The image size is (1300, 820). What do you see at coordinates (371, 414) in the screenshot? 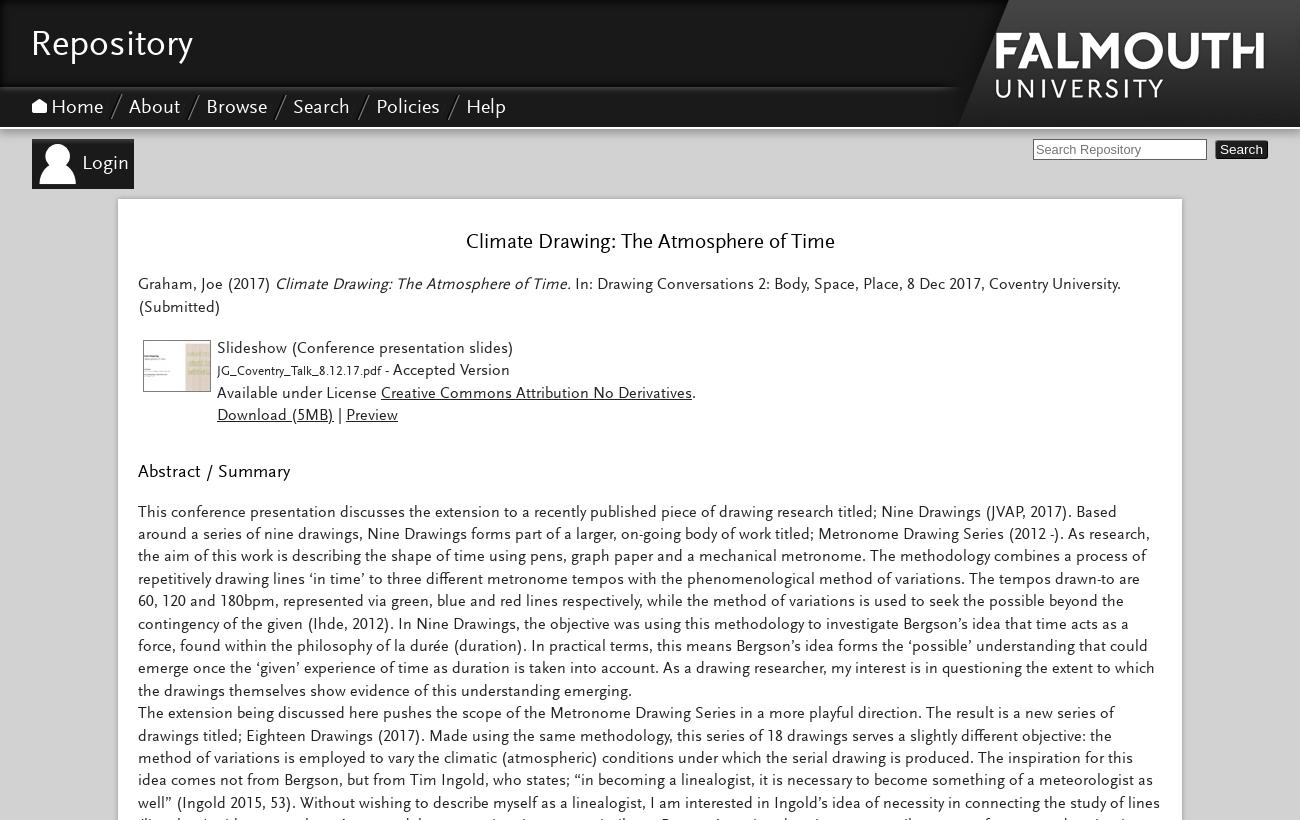
I see `'Preview'` at bounding box center [371, 414].